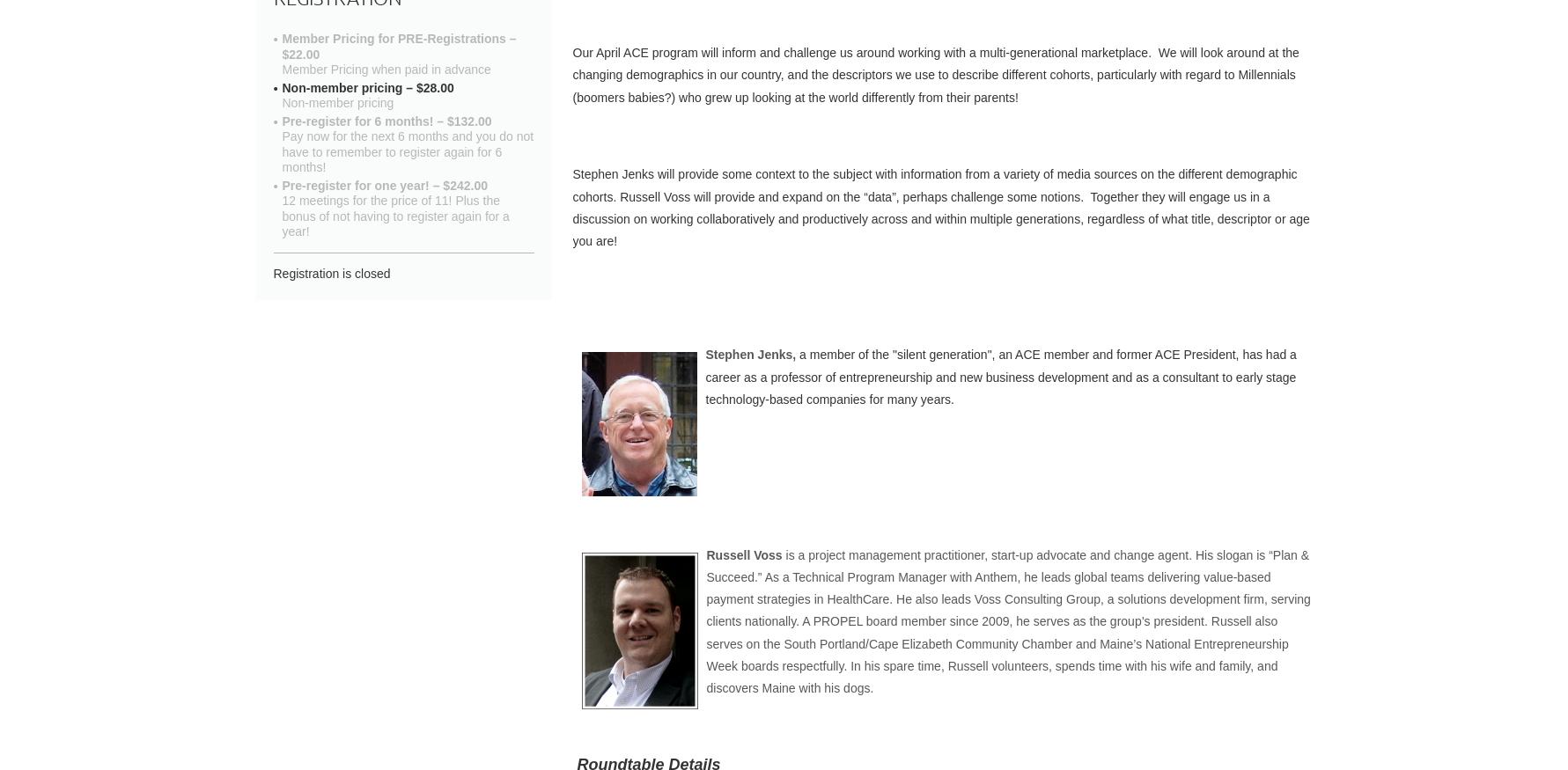  I want to click on 'Non-member pricing – $28.00', so click(281, 86).